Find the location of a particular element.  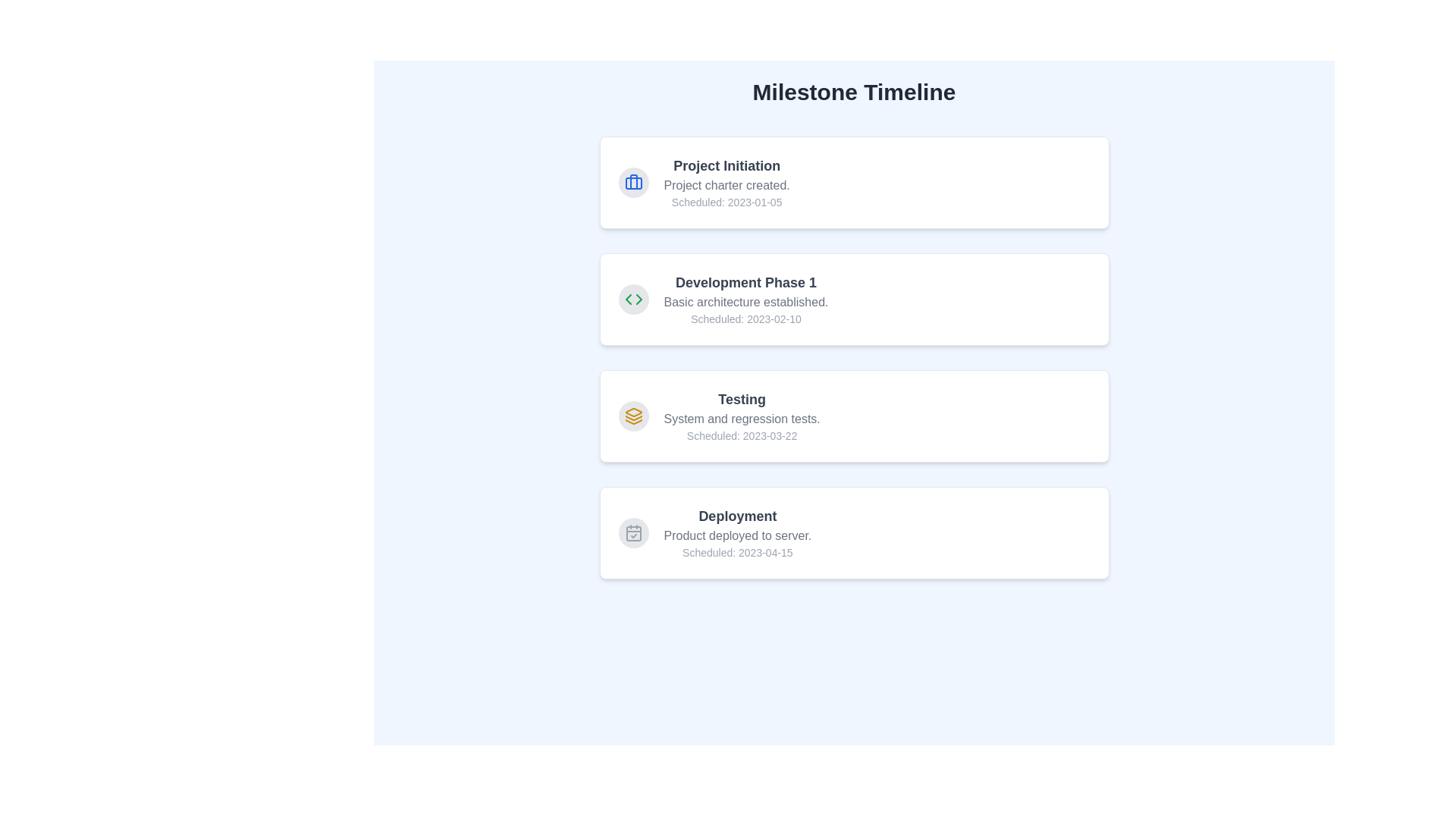

descriptive text element providing context for the 'Testing' milestone in the timeline, located below the 'Testing' heading is located at coordinates (742, 419).